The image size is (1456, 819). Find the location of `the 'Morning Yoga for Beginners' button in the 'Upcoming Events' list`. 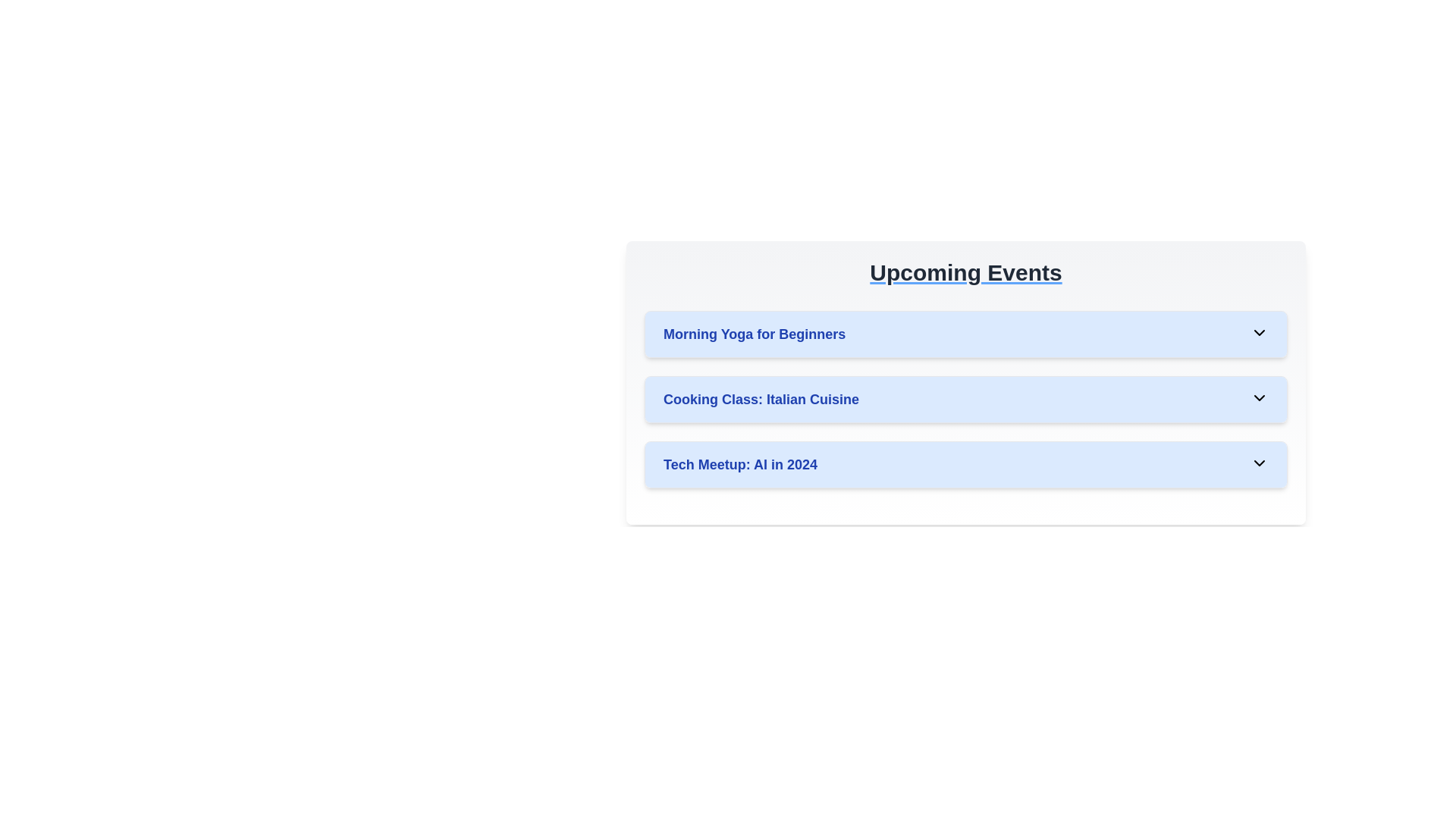

the 'Morning Yoga for Beginners' button in the 'Upcoming Events' list is located at coordinates (965, 333).